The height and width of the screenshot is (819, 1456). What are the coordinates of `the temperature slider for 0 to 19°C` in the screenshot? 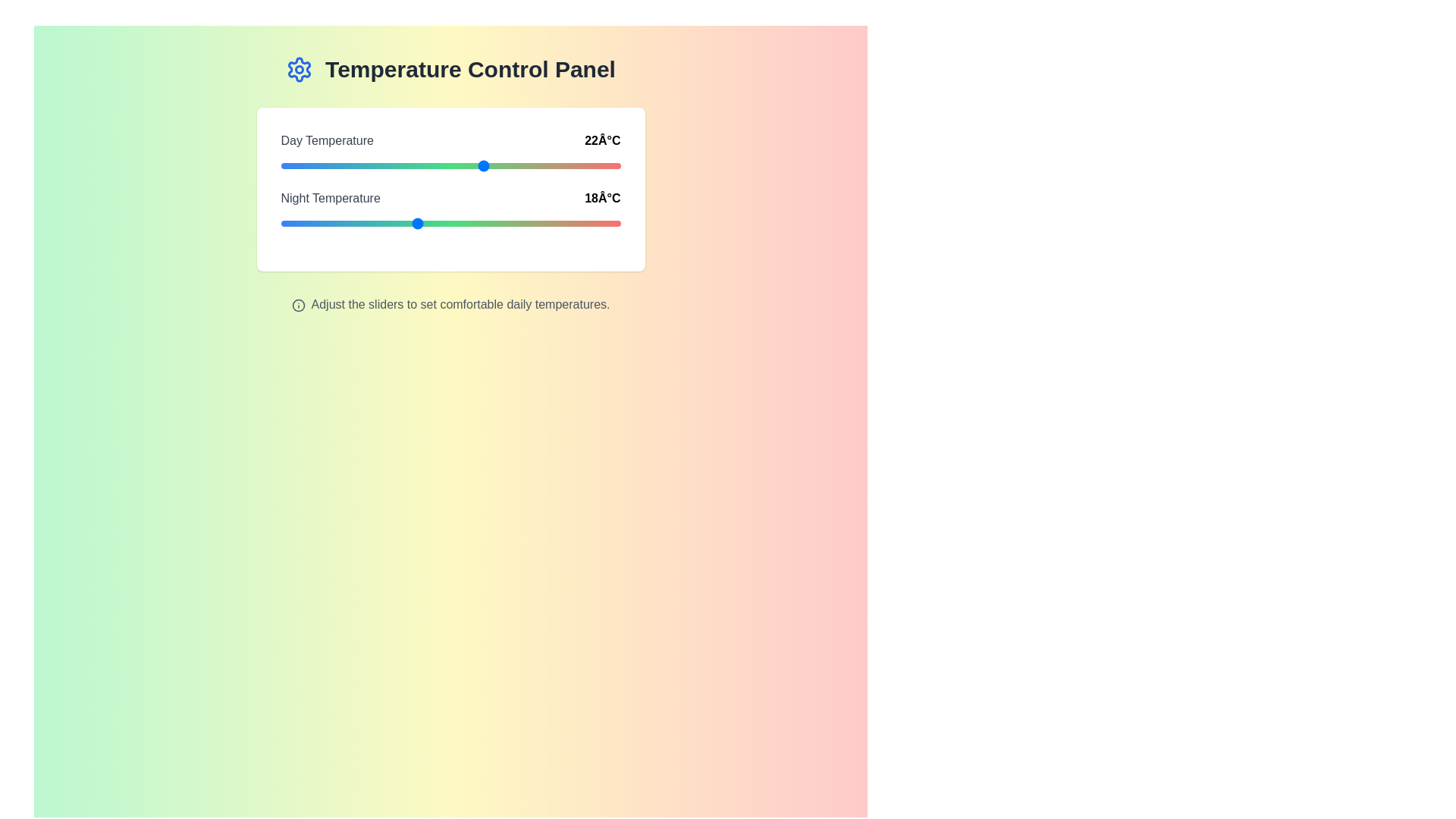 It's located at (433, 166).